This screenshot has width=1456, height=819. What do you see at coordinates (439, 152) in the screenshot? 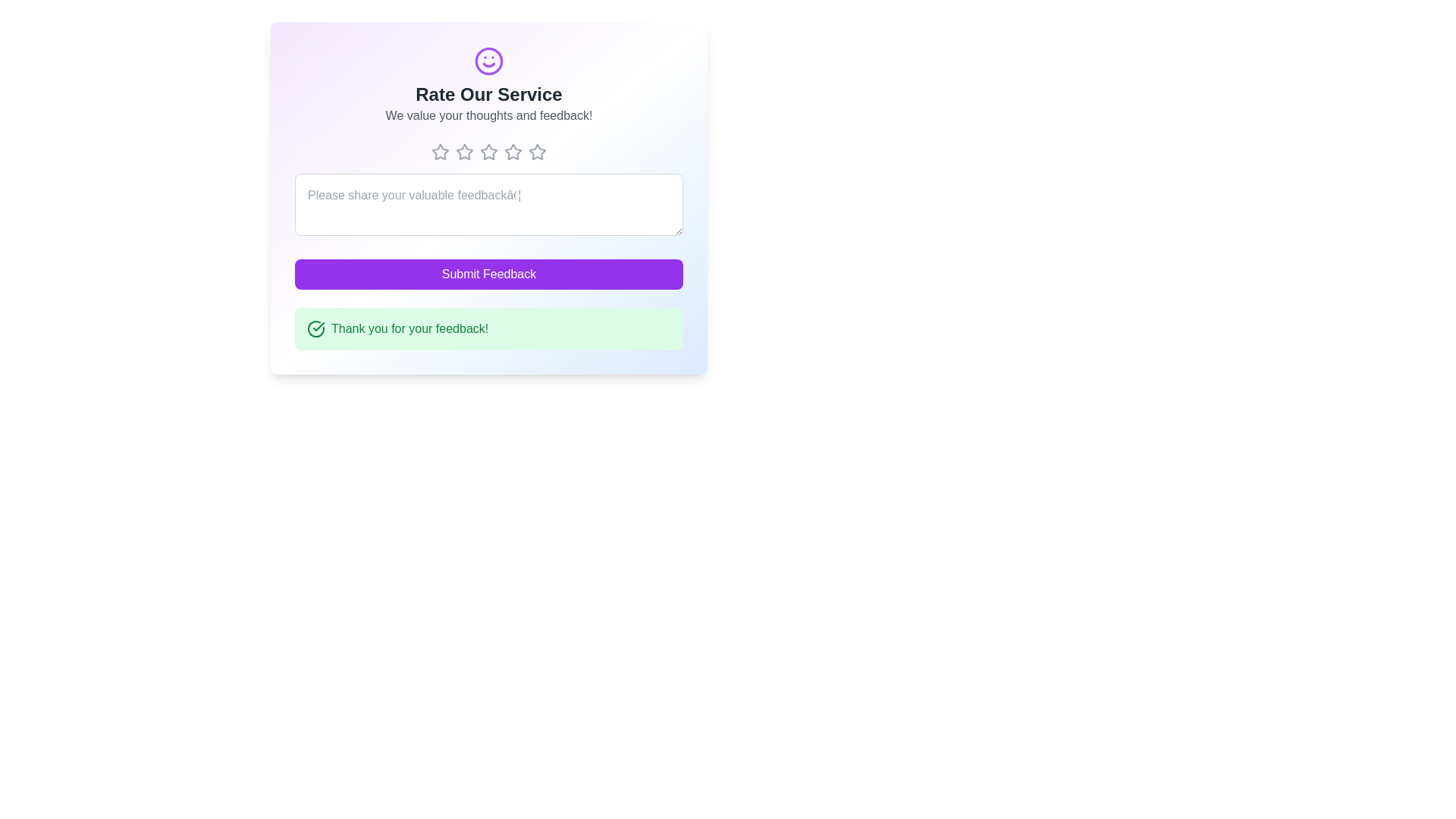
I see `the first star-shaped rating icon, which has a hollow gray outline, to rate the service` at bounding box center [439, 152].